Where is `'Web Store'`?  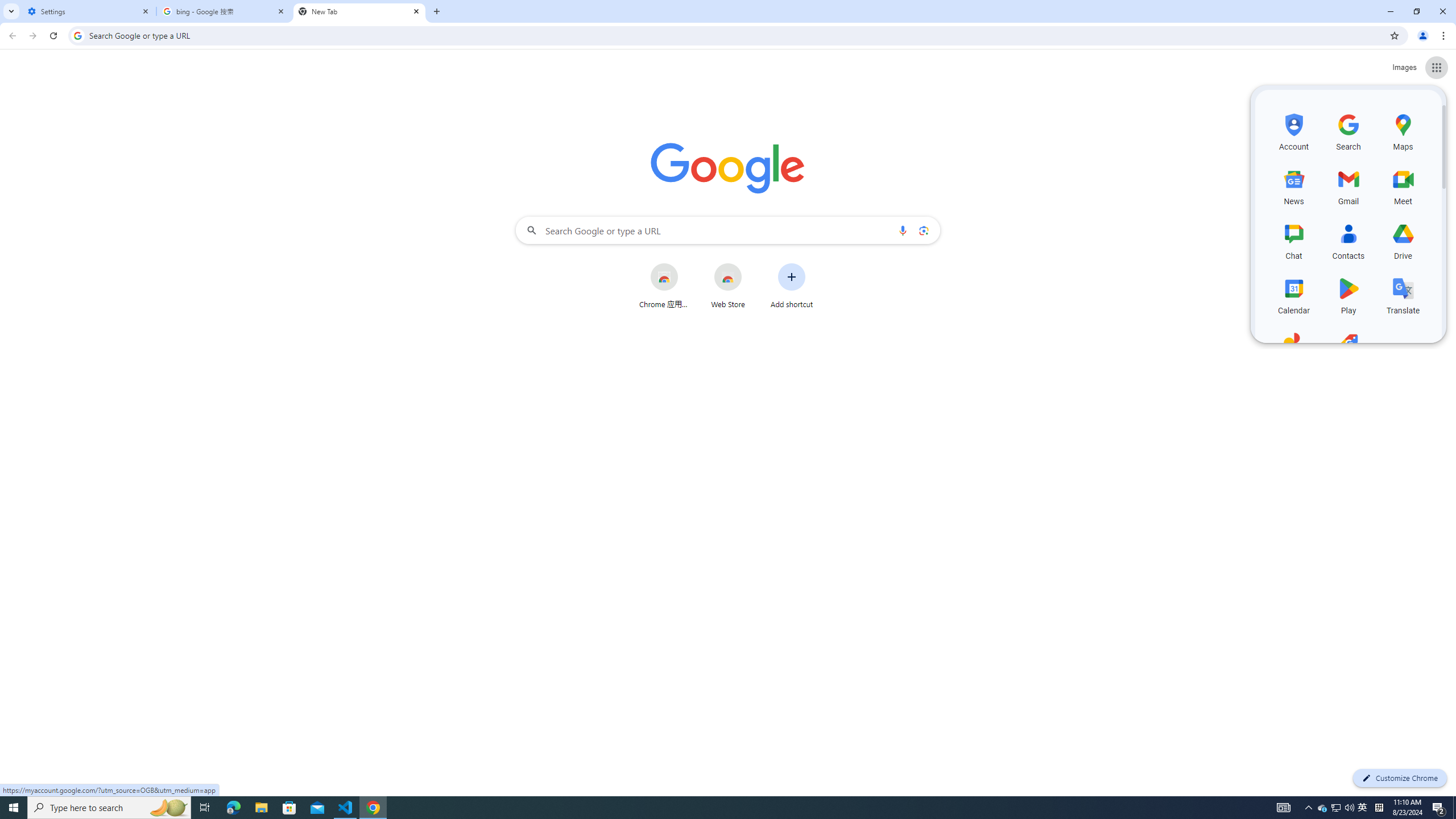 'Web Store' is located at coordinates (728, 285).